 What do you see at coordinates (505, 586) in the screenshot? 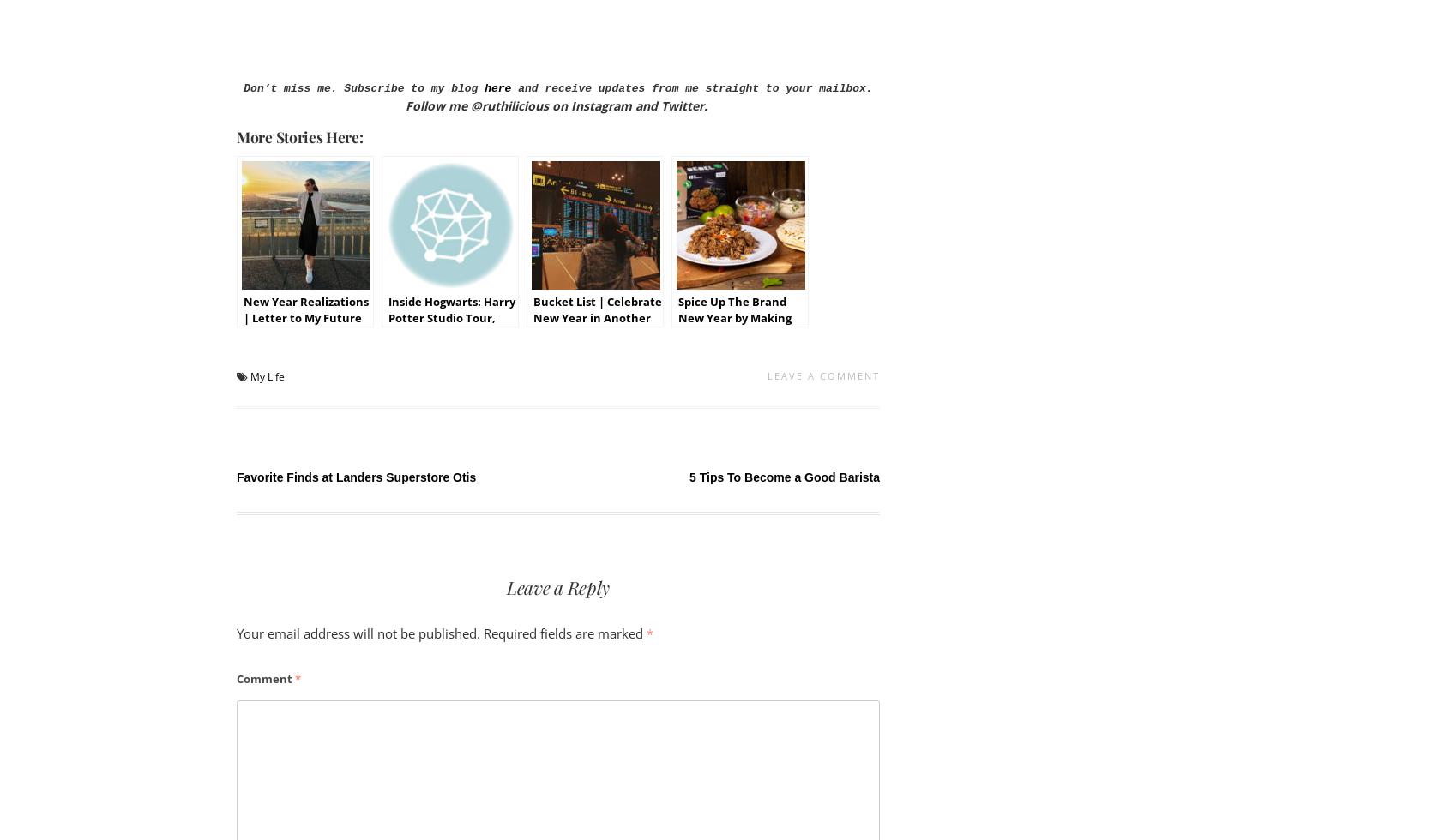
I see `'Leave a Reply'` at bounding box center [505, 586].